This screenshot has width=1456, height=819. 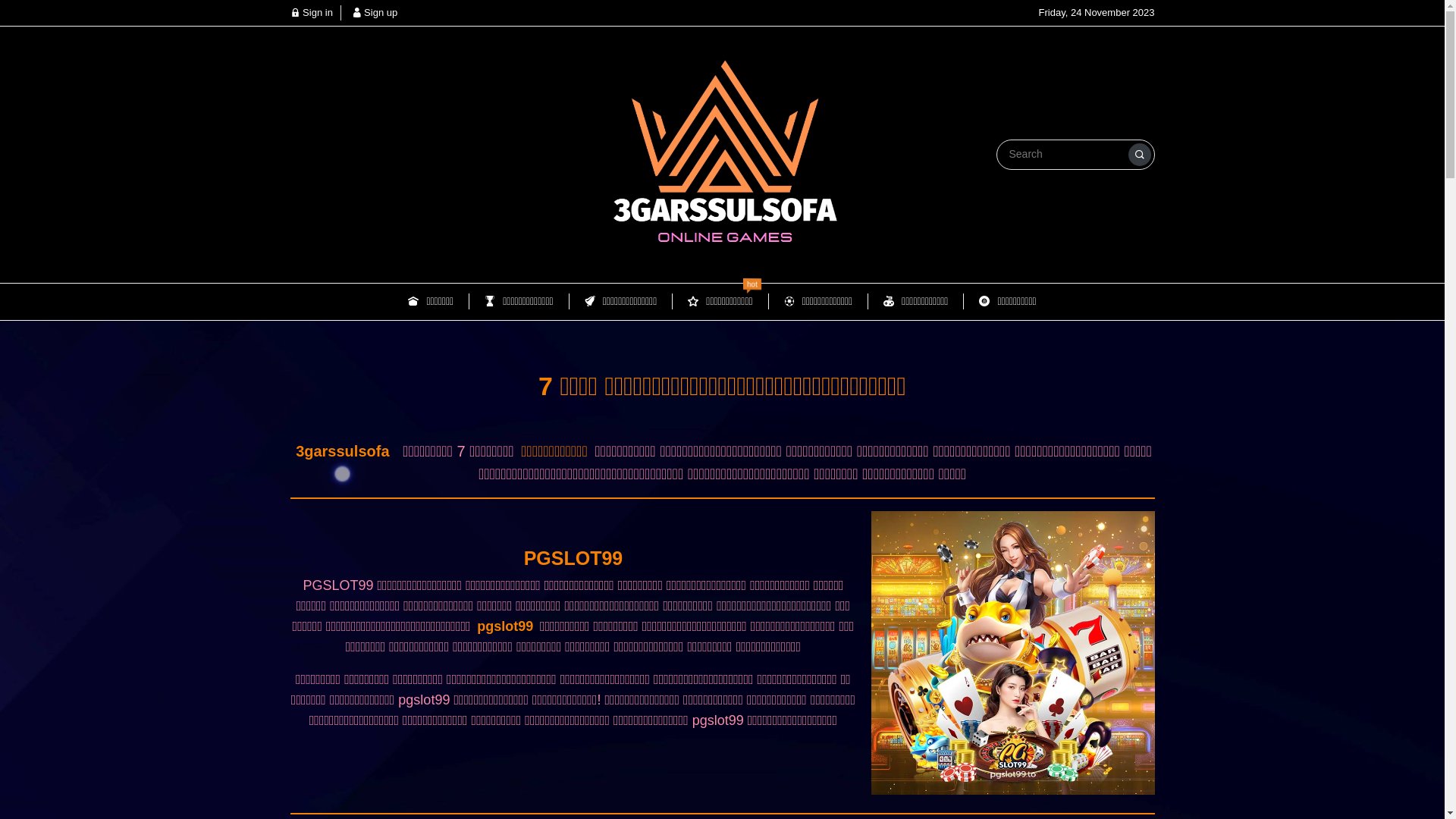 What do you see at coordinates (473, 626) in the screenshot?
I see `'pgslot99'` at bounding box center [473, 626].